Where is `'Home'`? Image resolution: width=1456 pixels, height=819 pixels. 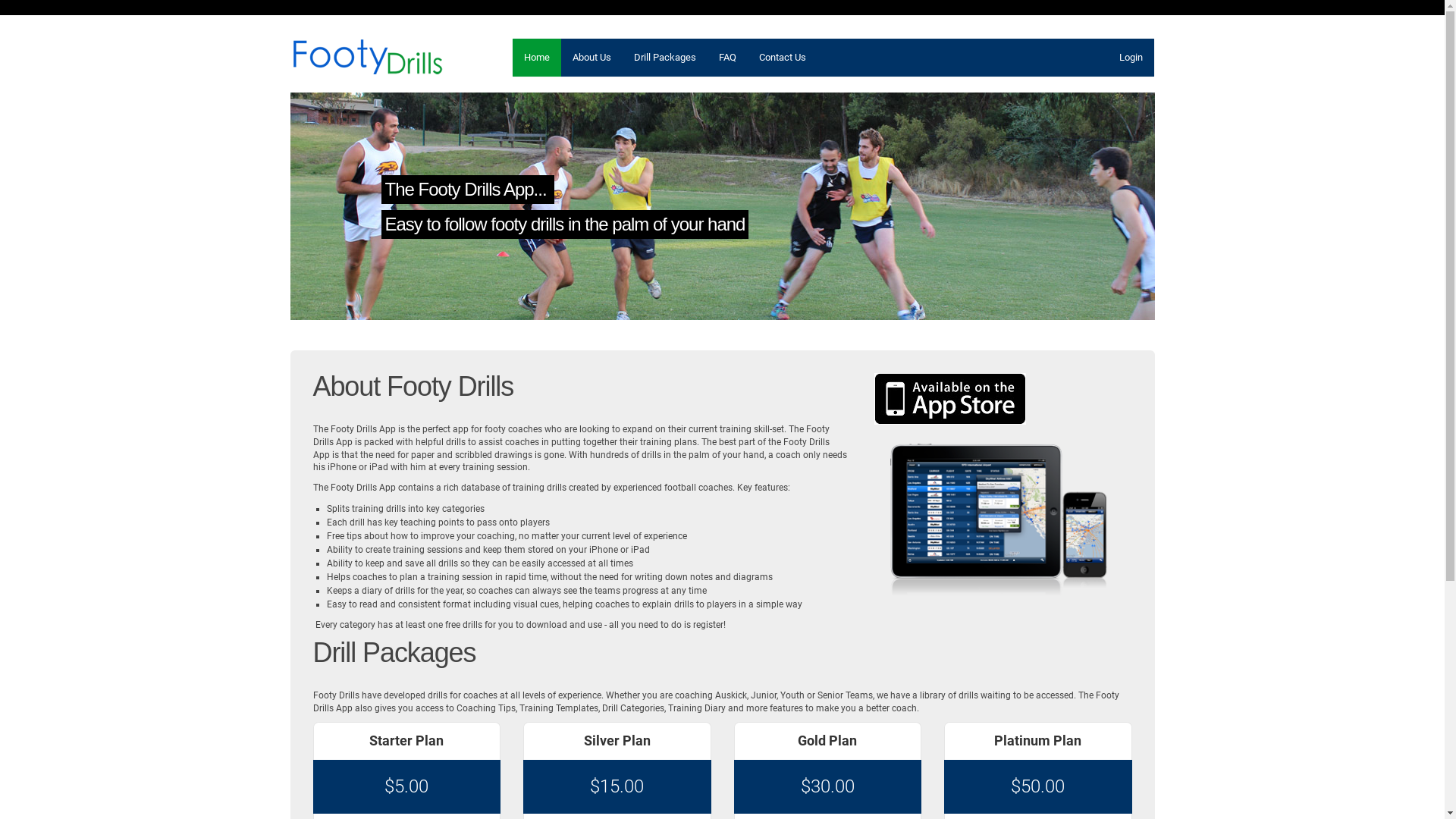
'Home' is located at coordinates (537, 57).